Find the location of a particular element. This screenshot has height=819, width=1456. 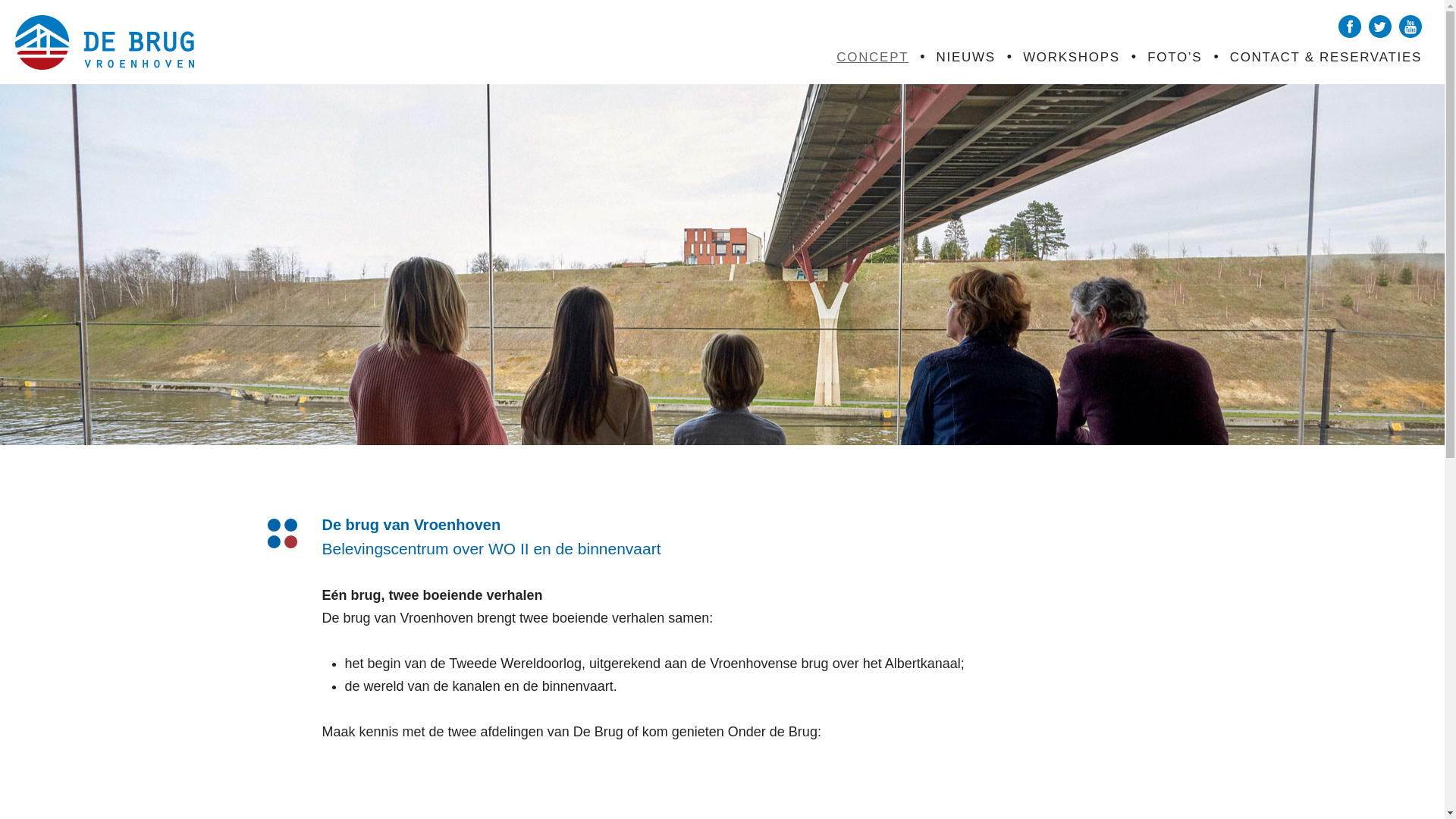

'Facebook' is located at coordinates (1350, 26).